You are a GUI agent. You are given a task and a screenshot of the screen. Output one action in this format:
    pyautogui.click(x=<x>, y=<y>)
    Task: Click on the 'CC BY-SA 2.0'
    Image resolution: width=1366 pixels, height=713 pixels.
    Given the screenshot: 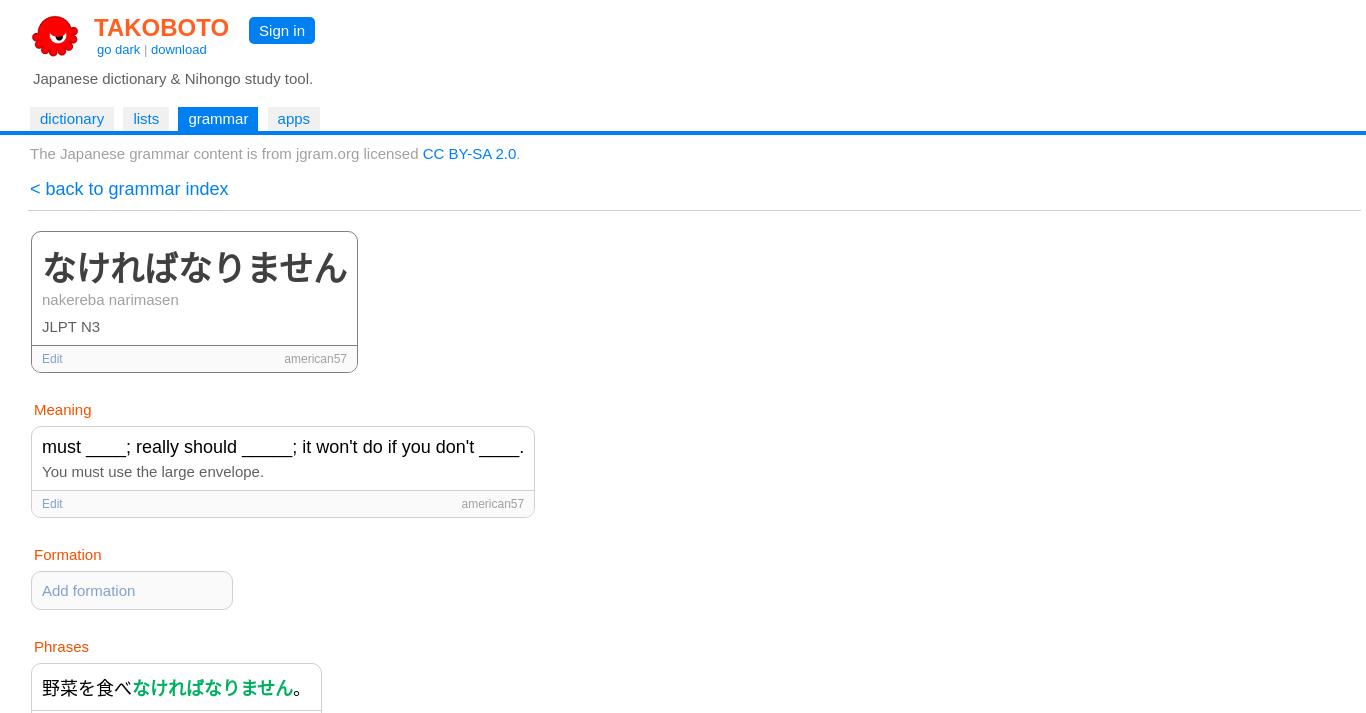 What is the action you would take?
    pyautogui.click(x=420, y=153)
    